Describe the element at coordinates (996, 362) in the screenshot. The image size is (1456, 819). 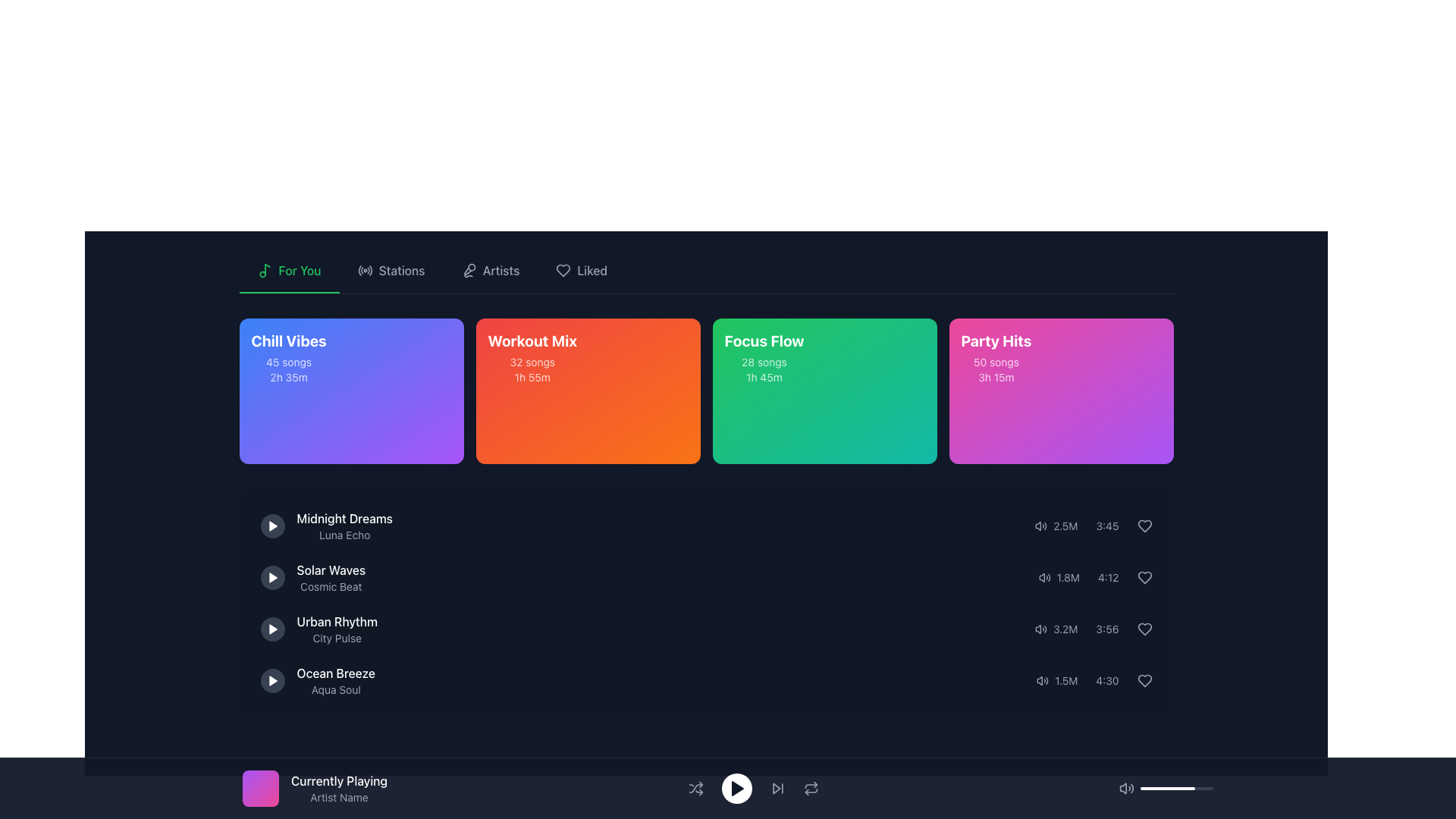
I see `the informational static text label indicating the number of songs available in the music playlist, located below the 'Party Hits' label and above the duration label '3h 15m'` at that location.